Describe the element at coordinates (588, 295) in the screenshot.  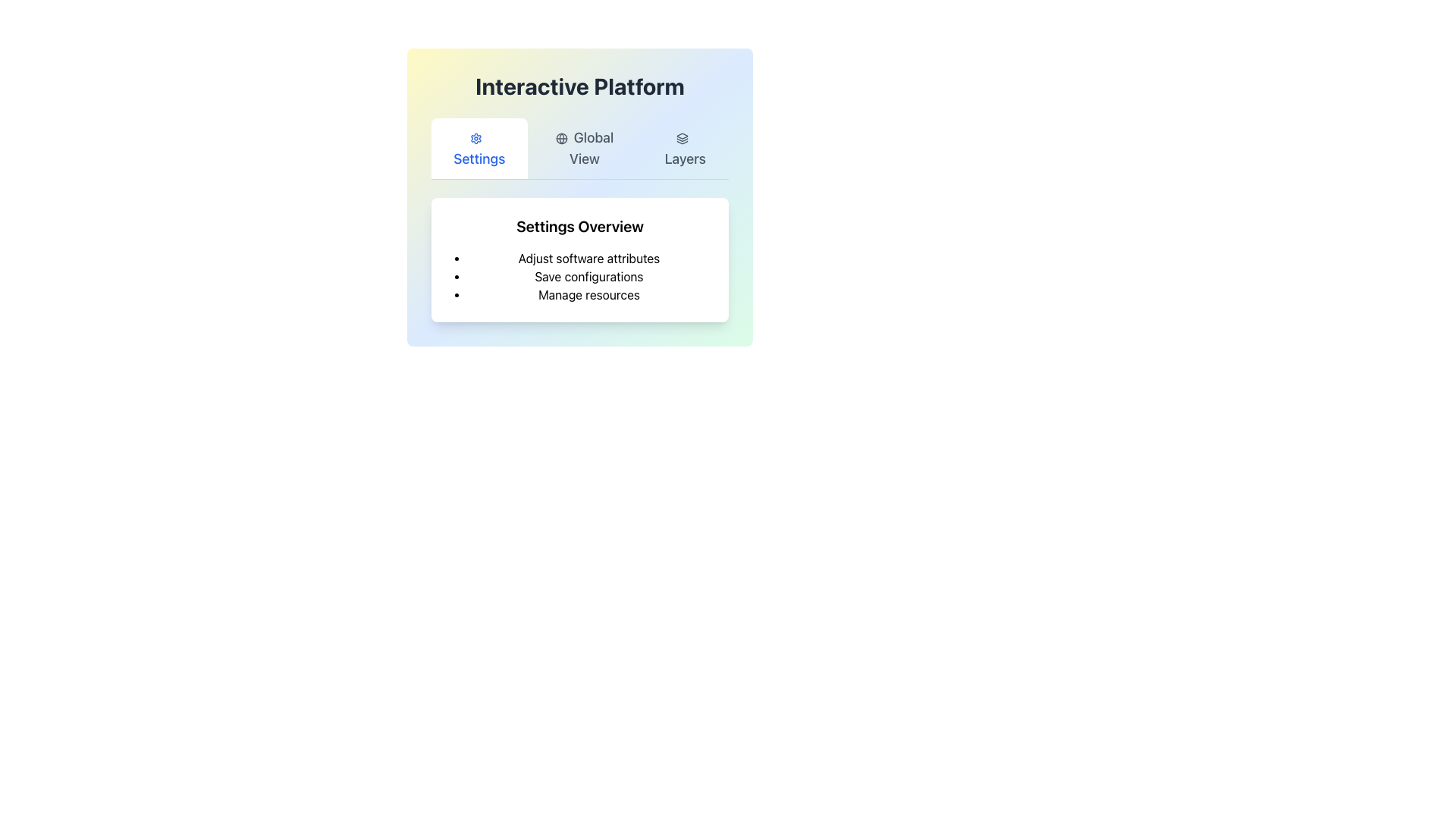
I see `the text element displaying 'Manage resources' which is the third item in a bullet-point list under 'Settings Overview'` at that location.